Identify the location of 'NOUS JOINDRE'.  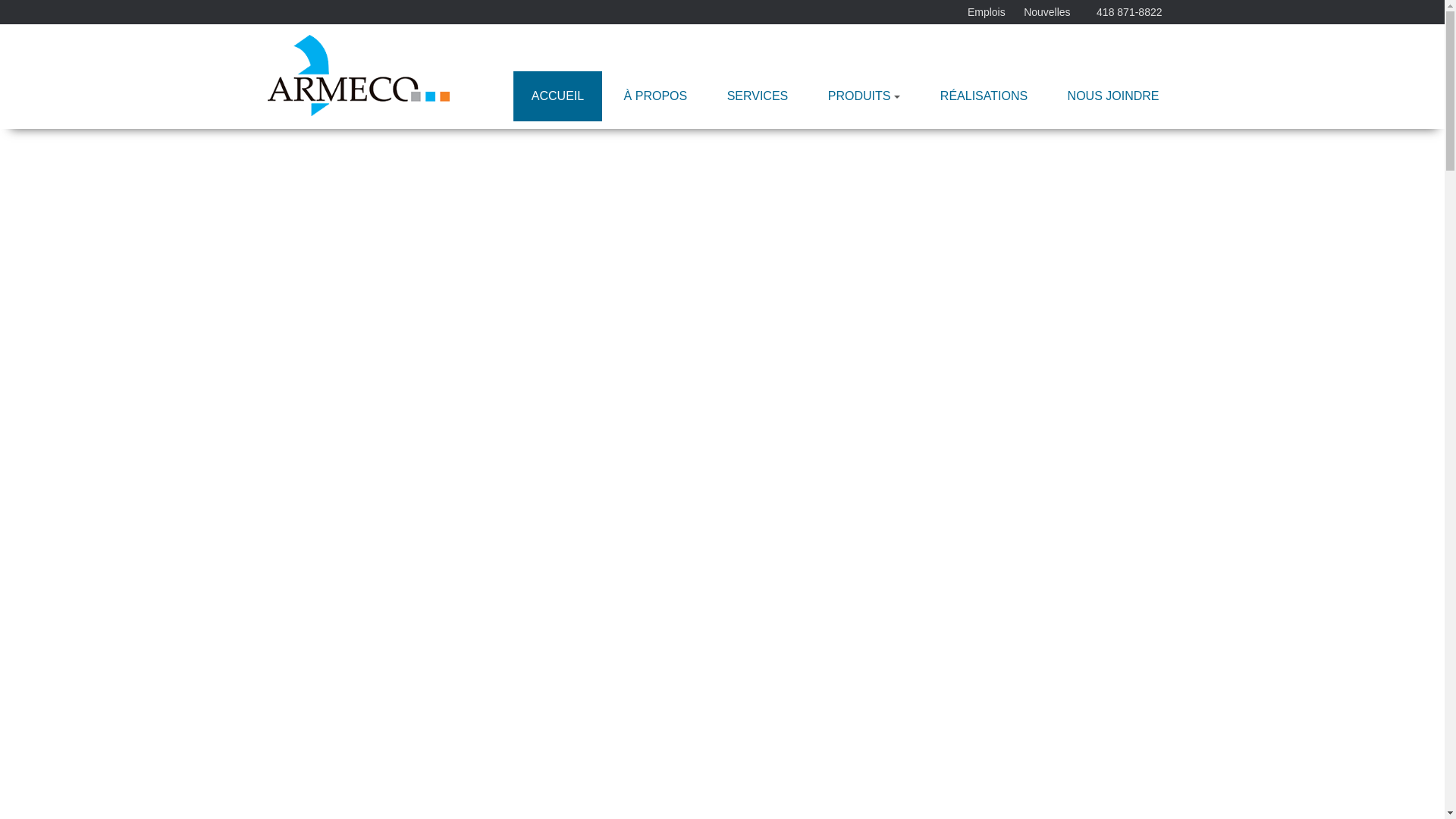
(1113, 96).